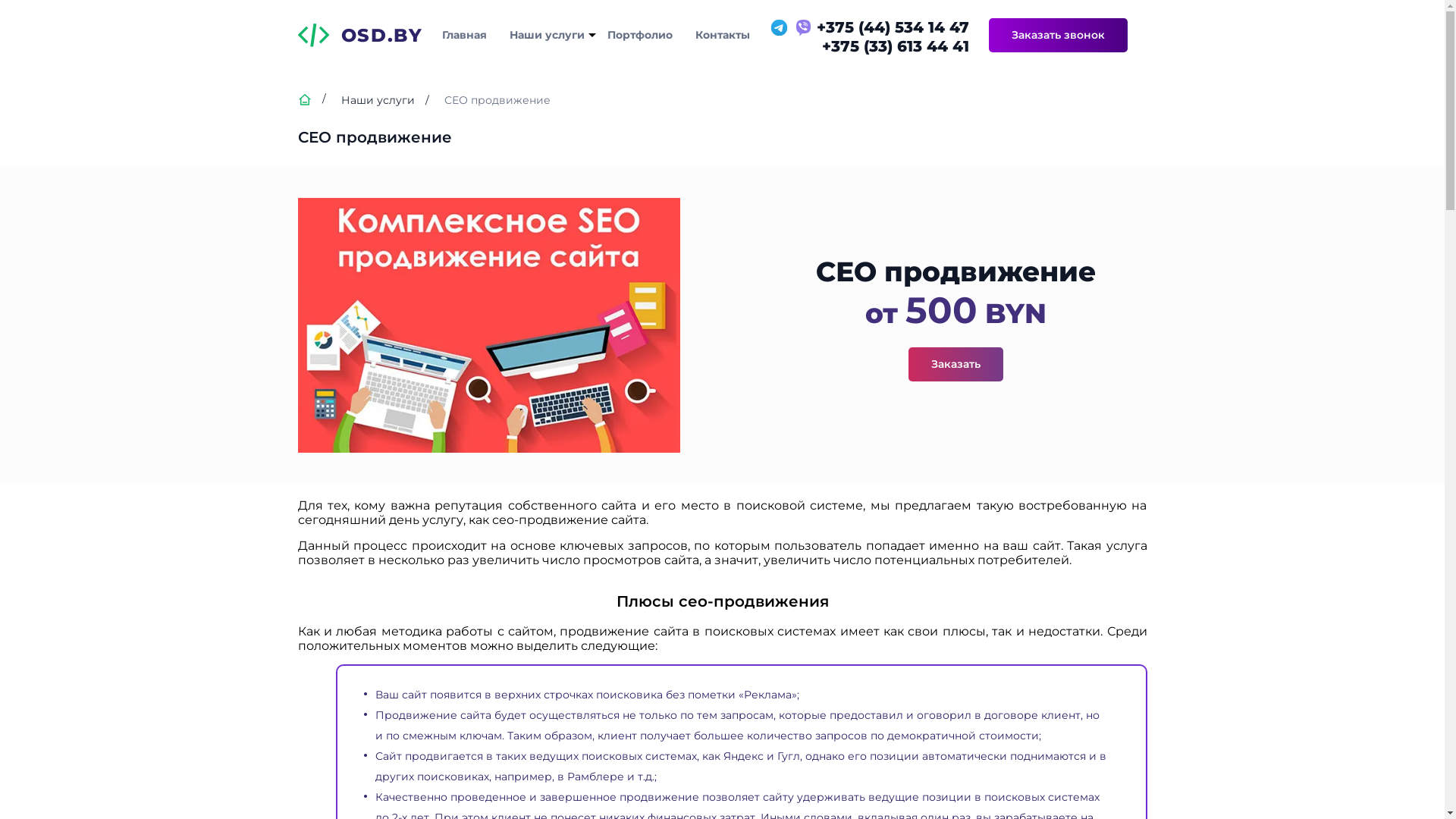 This screenshot has width=1456, height=819. Describe the element at coordinates (359, 34) in the screenshot. I see `'OSD.BY'` at that location.